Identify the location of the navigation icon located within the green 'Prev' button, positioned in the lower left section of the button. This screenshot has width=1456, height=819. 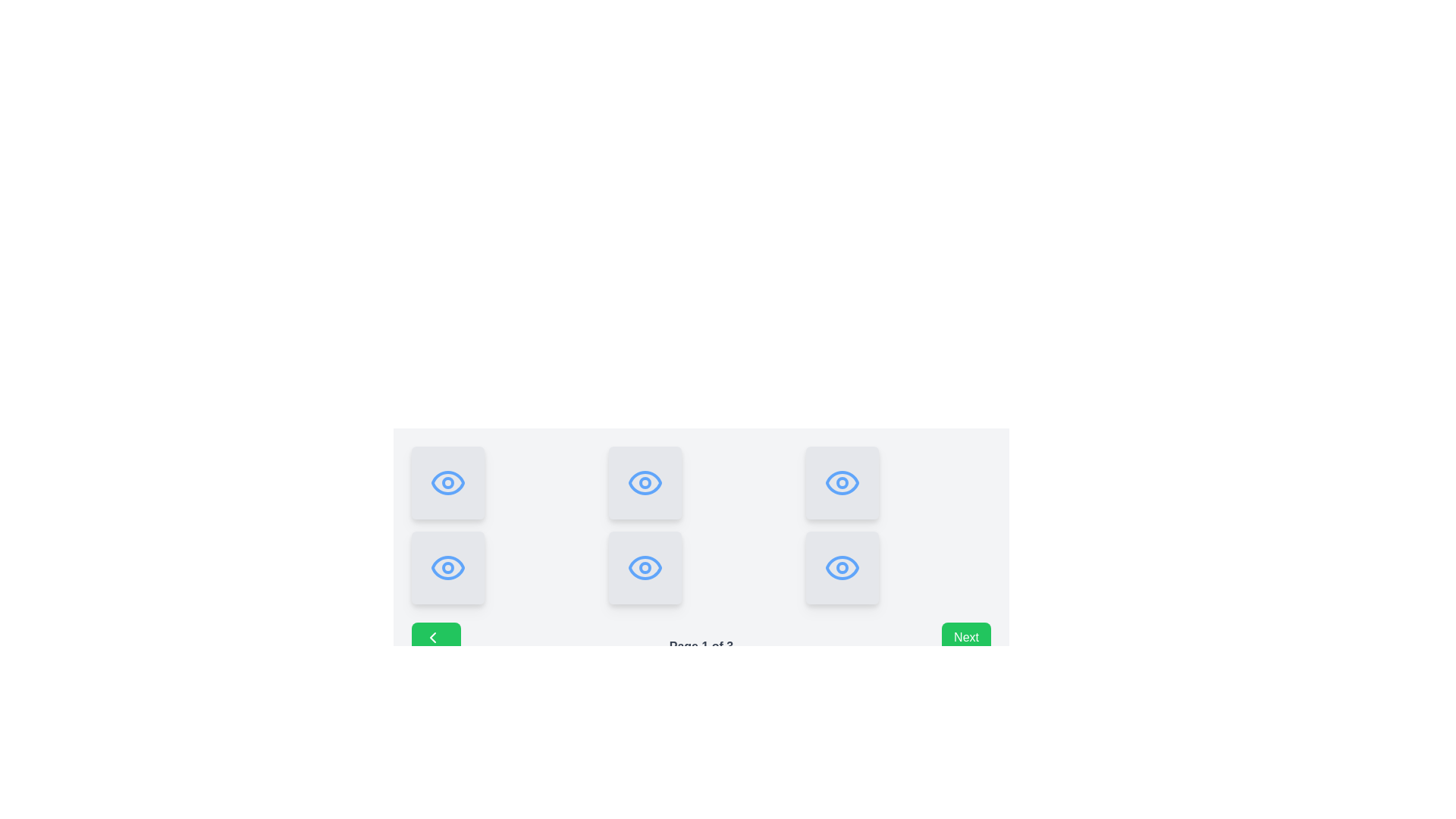
(432, 637).